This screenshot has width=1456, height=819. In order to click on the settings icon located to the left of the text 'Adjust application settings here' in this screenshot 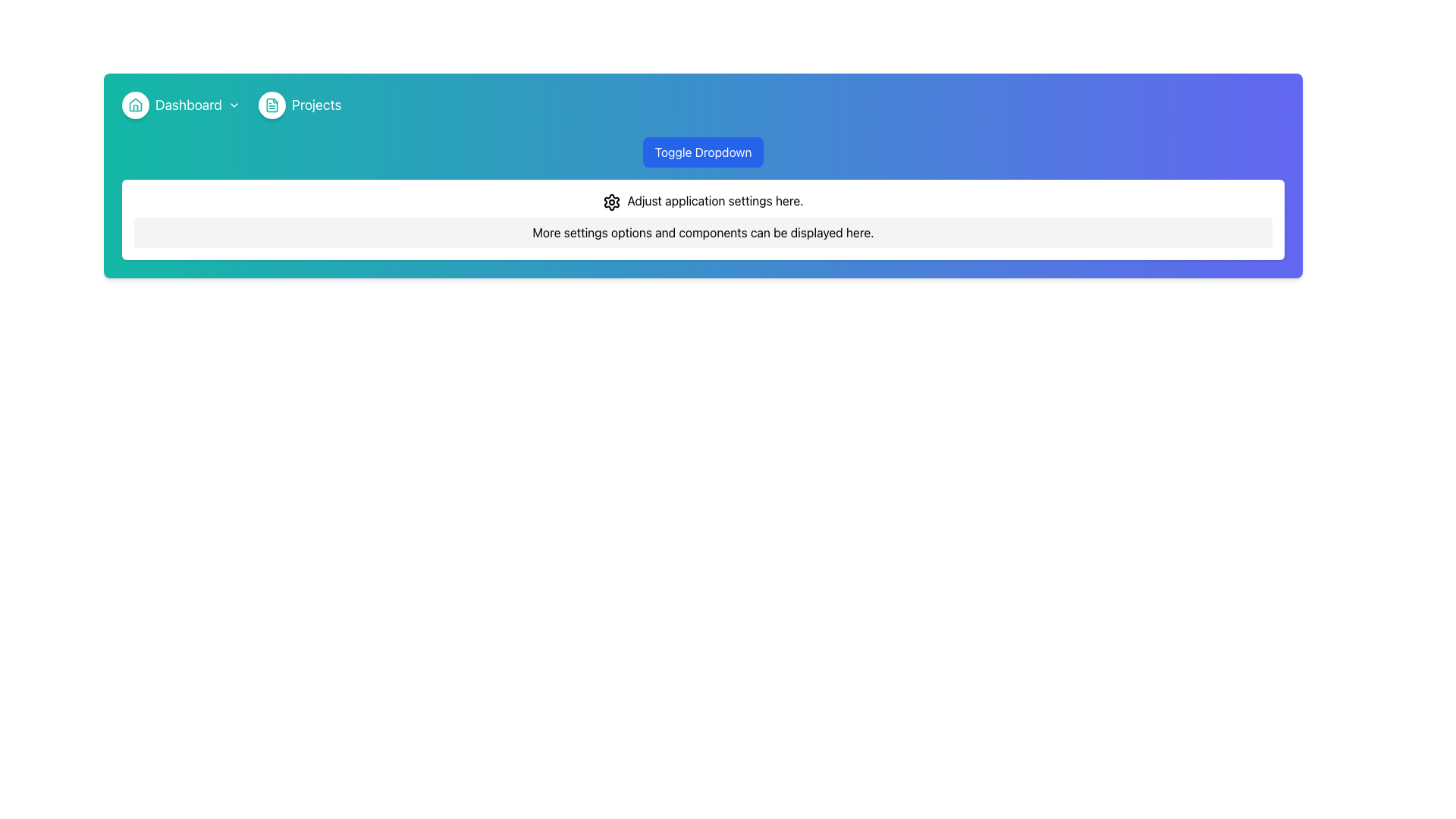, I will do `click(612, 201)`.